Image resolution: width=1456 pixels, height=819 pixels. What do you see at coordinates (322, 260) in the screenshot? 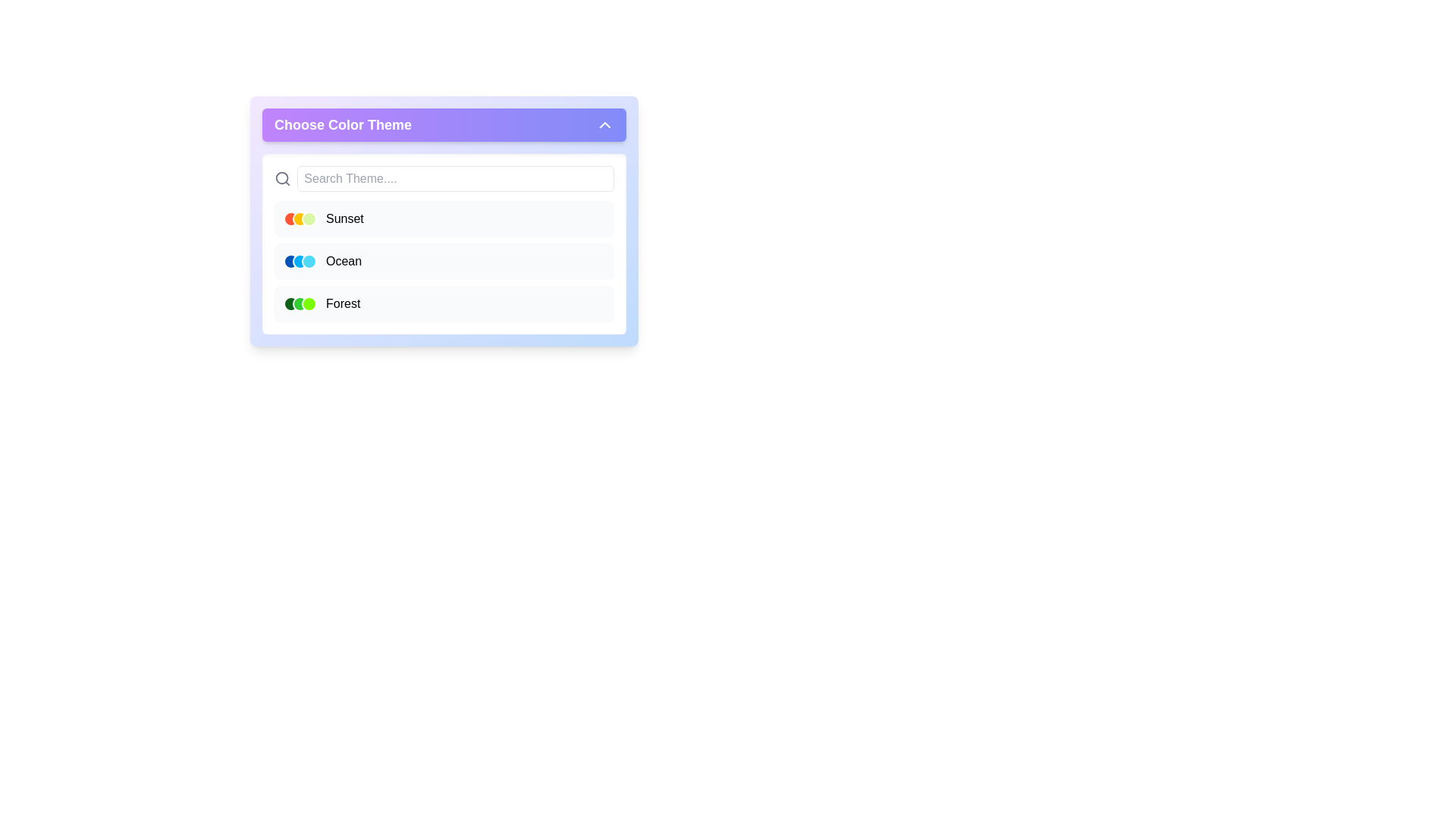
I see `the list item labeled 'Ocean' in the 'Choose Color Theme' pane` at bounding box center [322, 260].